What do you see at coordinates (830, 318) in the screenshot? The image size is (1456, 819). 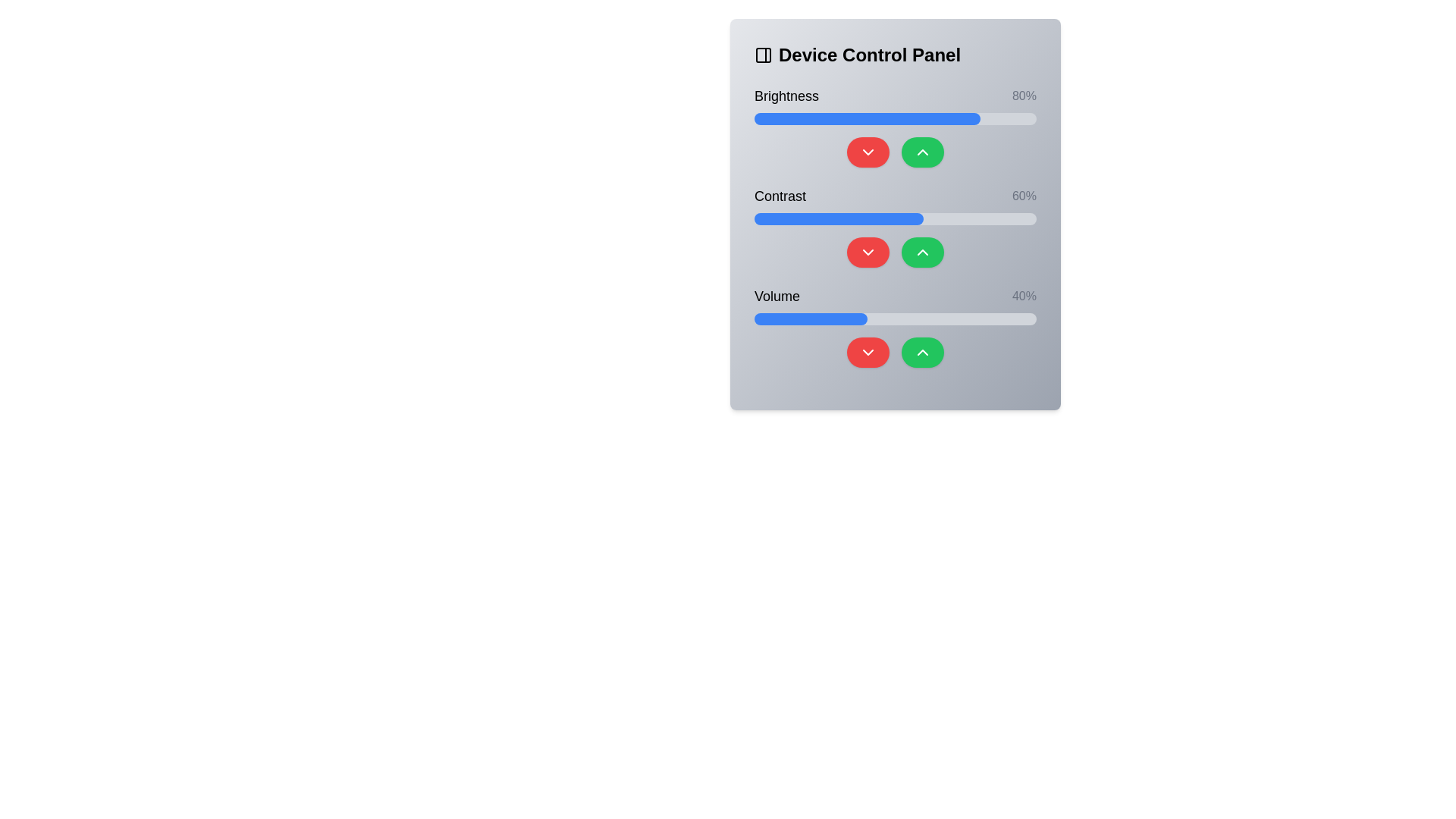 I see `the progress of the slider` at bounding box center [830, 318].